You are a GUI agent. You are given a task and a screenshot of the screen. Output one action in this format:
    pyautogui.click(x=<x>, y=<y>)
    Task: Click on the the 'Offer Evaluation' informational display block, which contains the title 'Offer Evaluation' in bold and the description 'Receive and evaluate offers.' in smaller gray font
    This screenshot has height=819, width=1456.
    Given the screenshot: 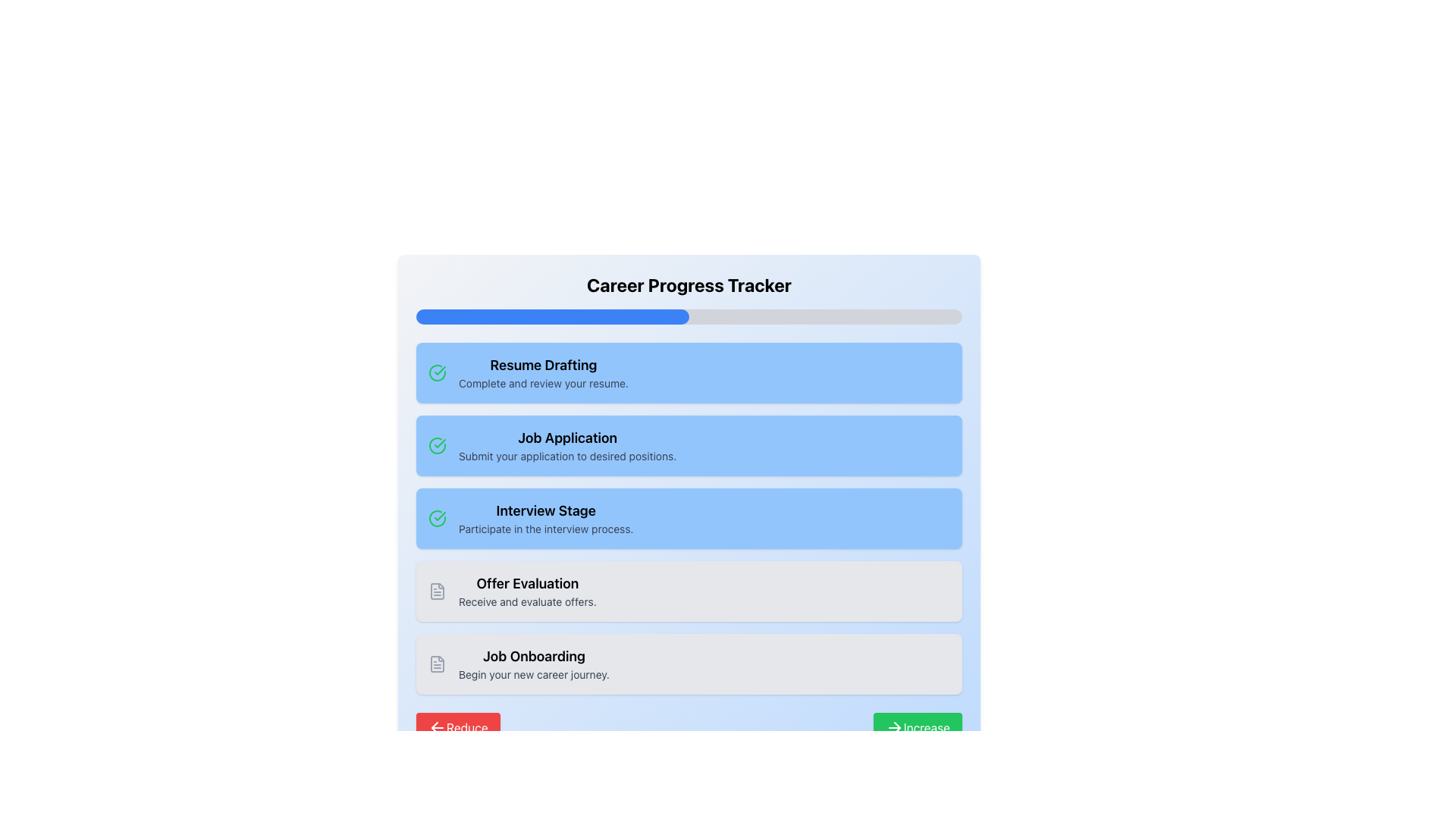 What is the action you would take?
    pyautogui.click(x=527, y=590)
    